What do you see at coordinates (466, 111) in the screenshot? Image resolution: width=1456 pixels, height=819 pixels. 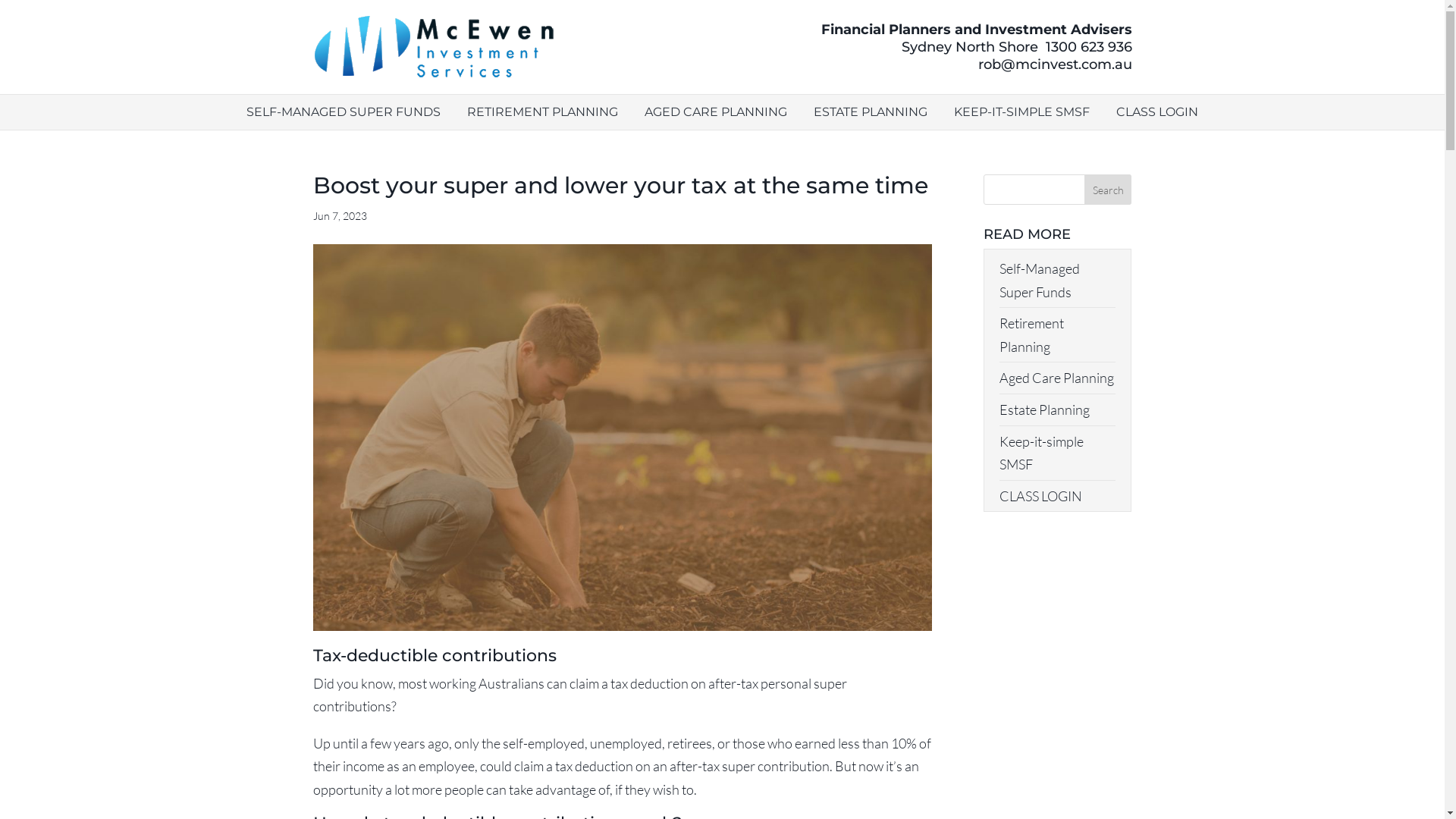 I see `'RETIREMENT PLANNING'` at bounding box center [466, 111].